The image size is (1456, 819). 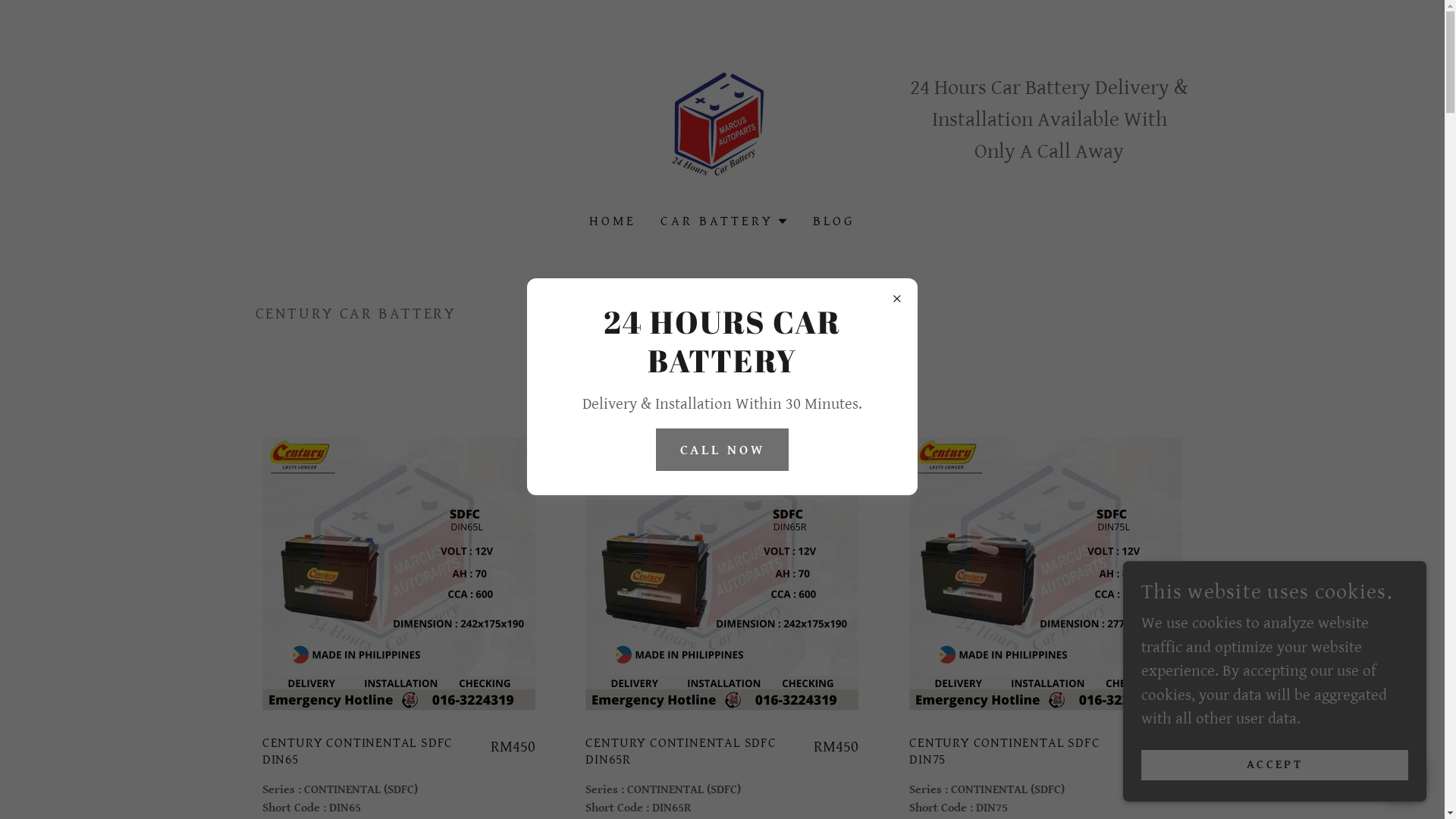 I want to click on 'BLOG', so click(x=807, y=221).